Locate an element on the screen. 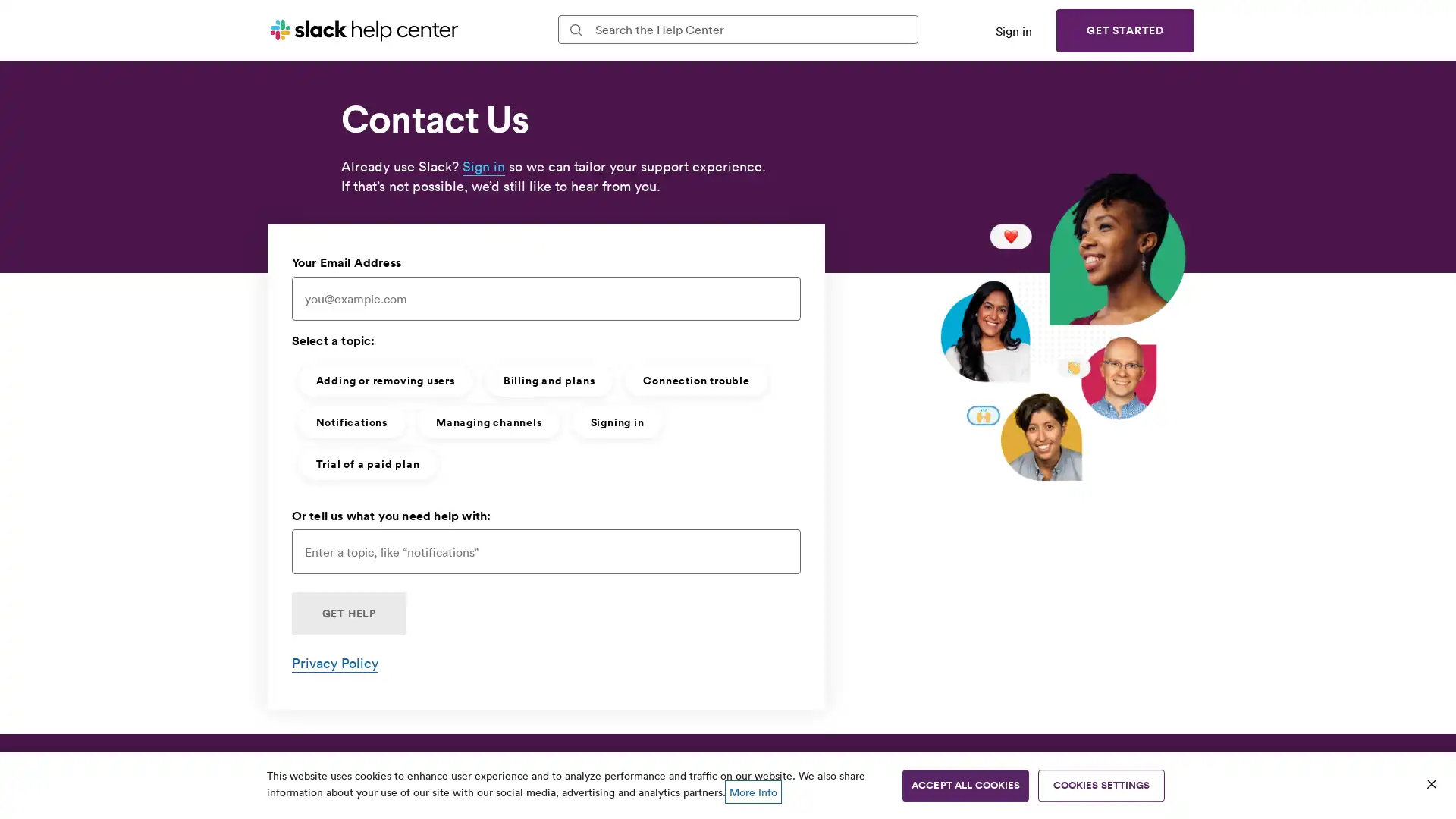 This screenshot has height=819, width=1456. Connection trouble is located at coordinates (695, 379).